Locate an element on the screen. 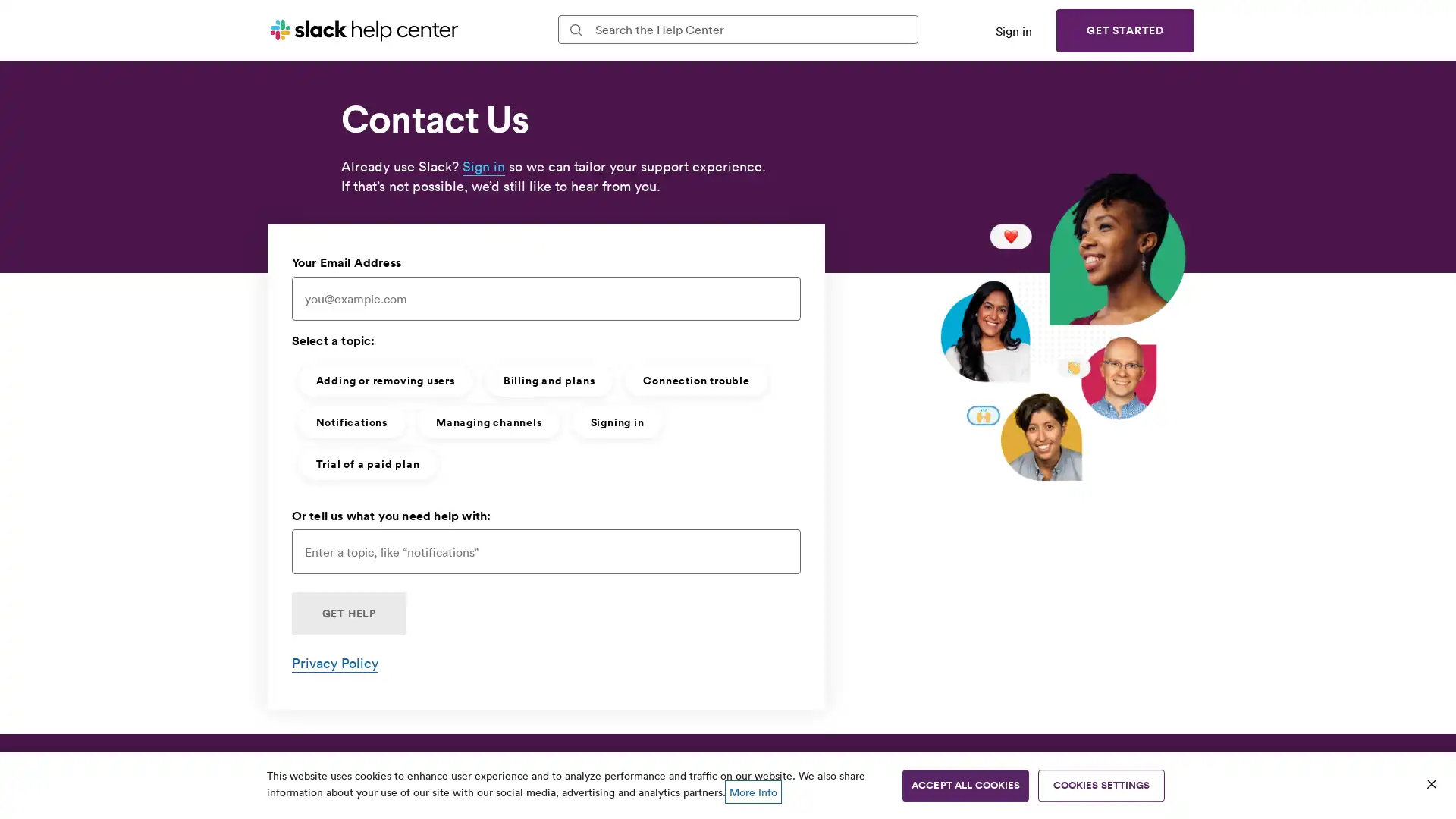 This screenshot has height=819, width=1456. Connection trouble is located at coordinates (695, 379).